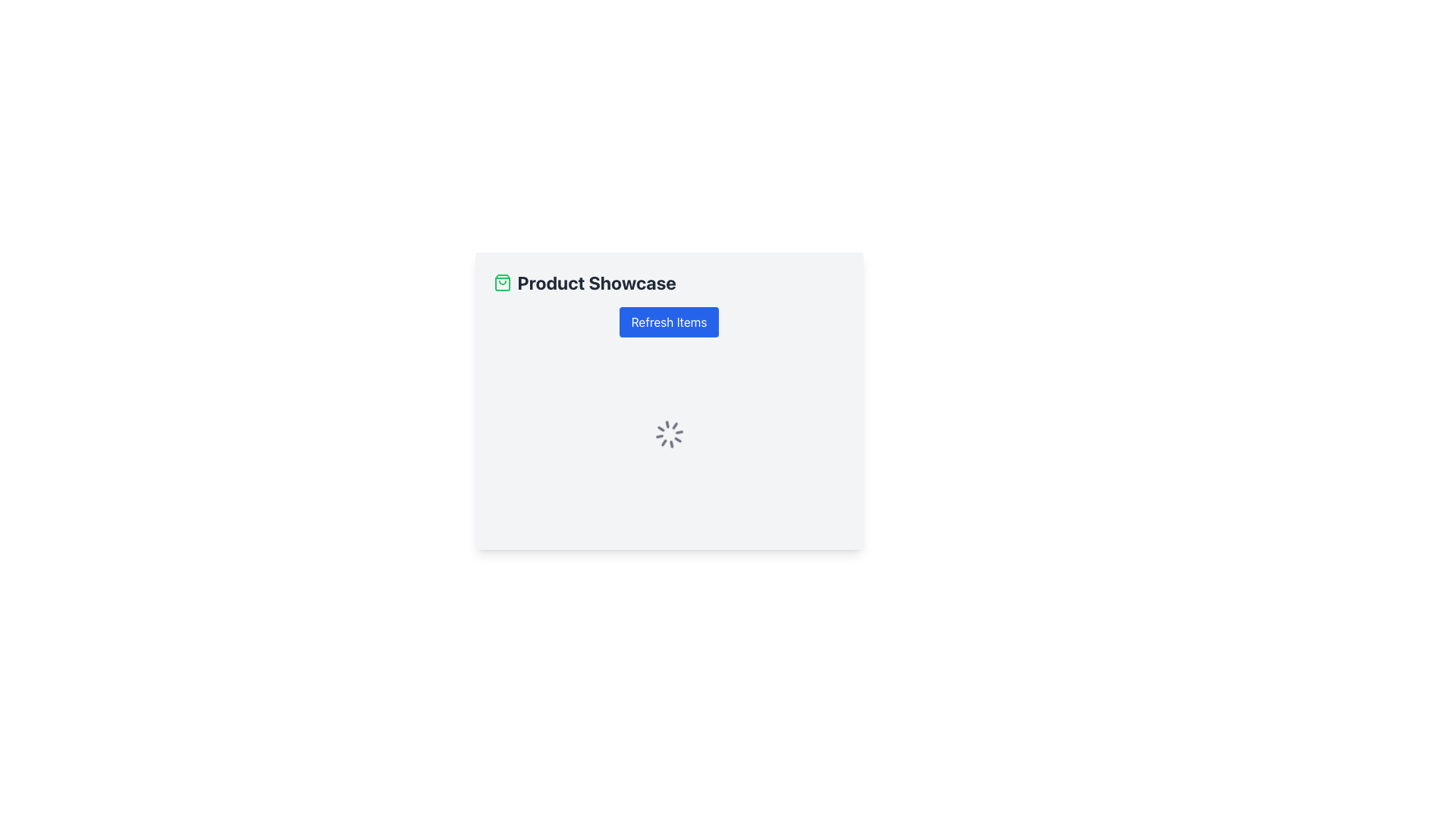 The image size is (1456, 819). Describe the element at coordinates (502, 283) in the screenshot. I see `the green shopping bag icon, which is styled with rounded edges and positioned immediately to the left of the 'Product Showcase' text` at that location.